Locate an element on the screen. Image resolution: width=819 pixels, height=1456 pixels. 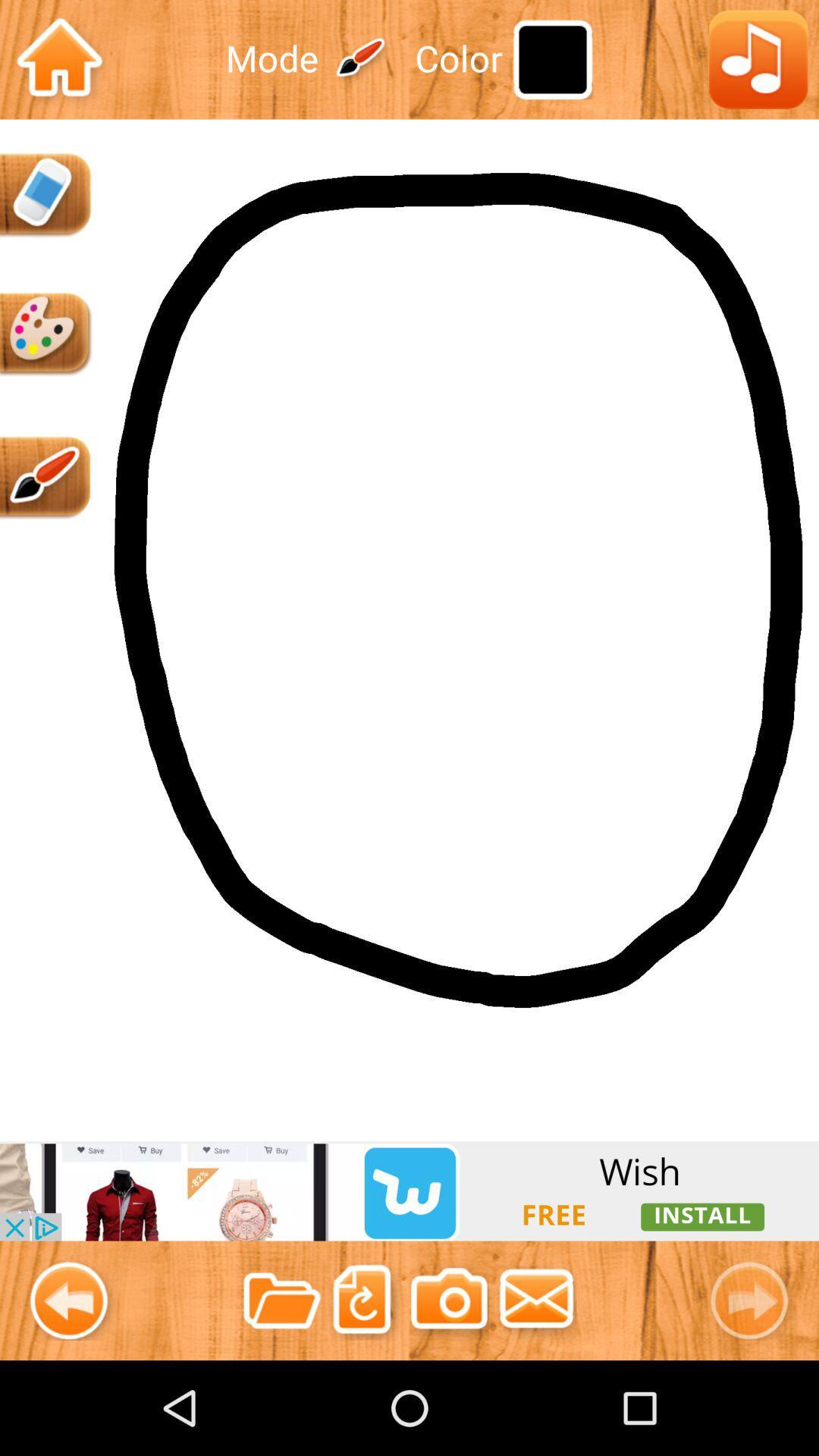
move forward is located at coordinates (755, 1300).